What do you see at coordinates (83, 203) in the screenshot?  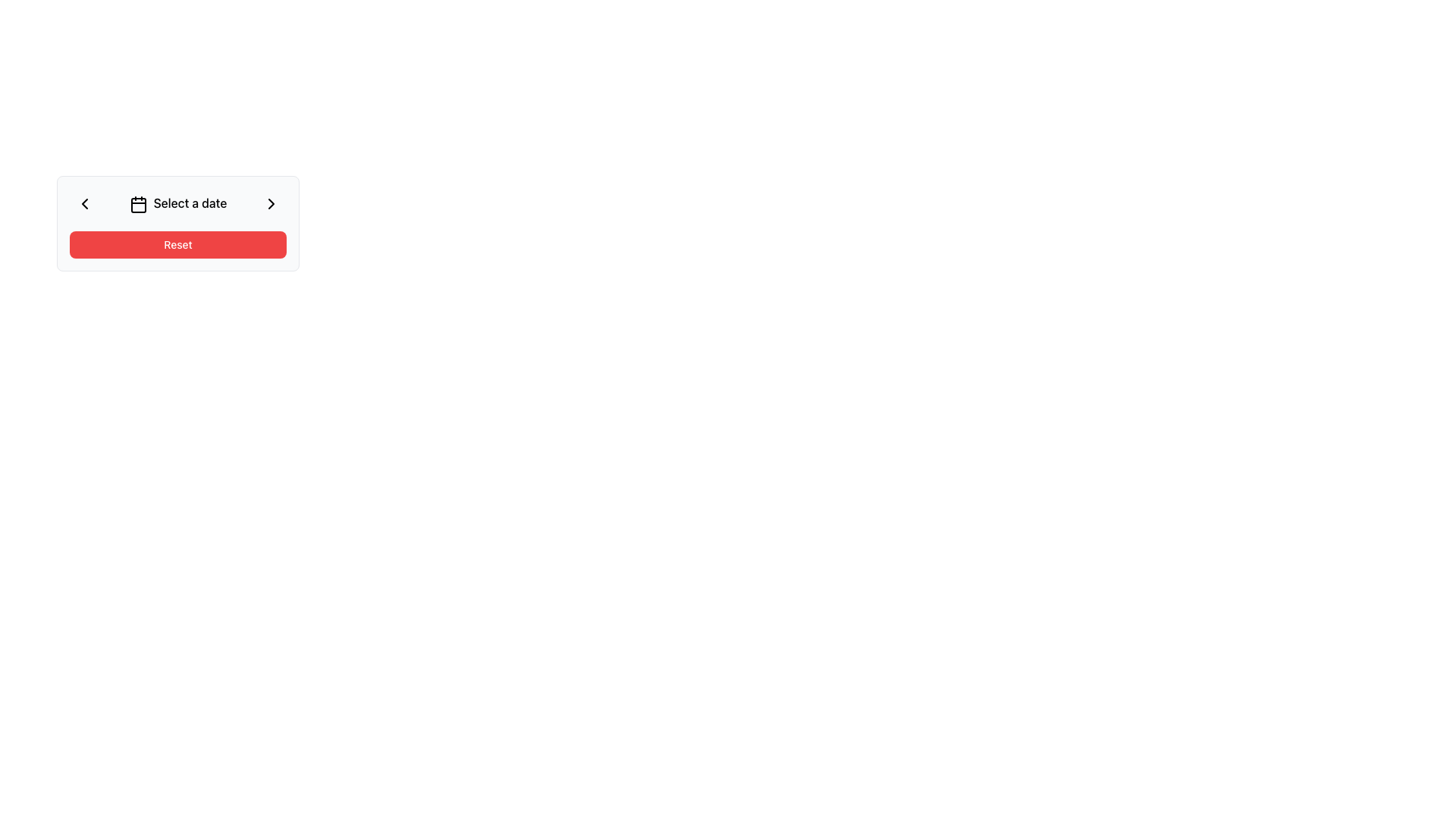 I see `the navigation button located on the top-left side of the 'Select a date' section` at bounding box center [83, 203].